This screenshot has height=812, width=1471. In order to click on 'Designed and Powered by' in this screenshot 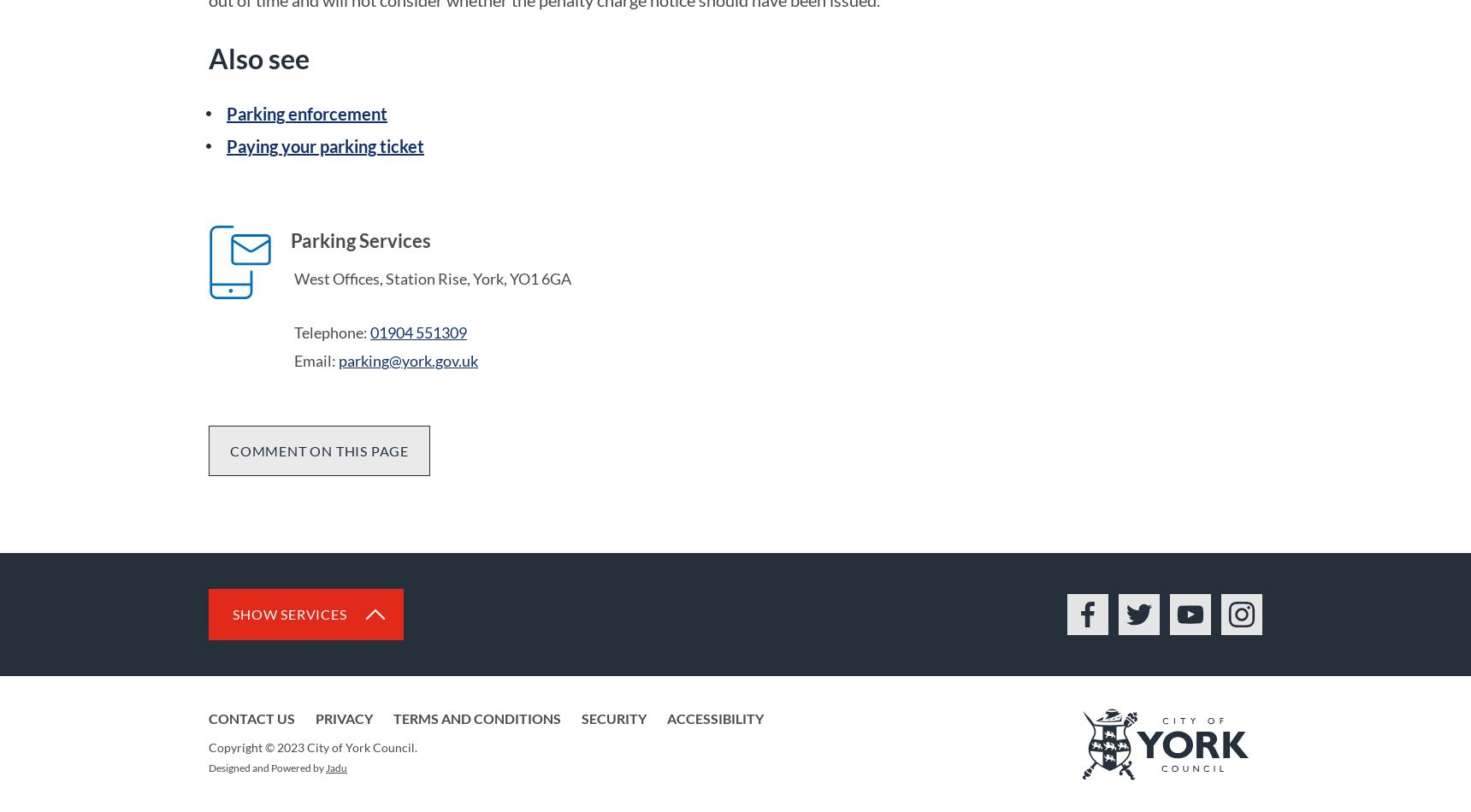, I will do `click(266, 766)`.